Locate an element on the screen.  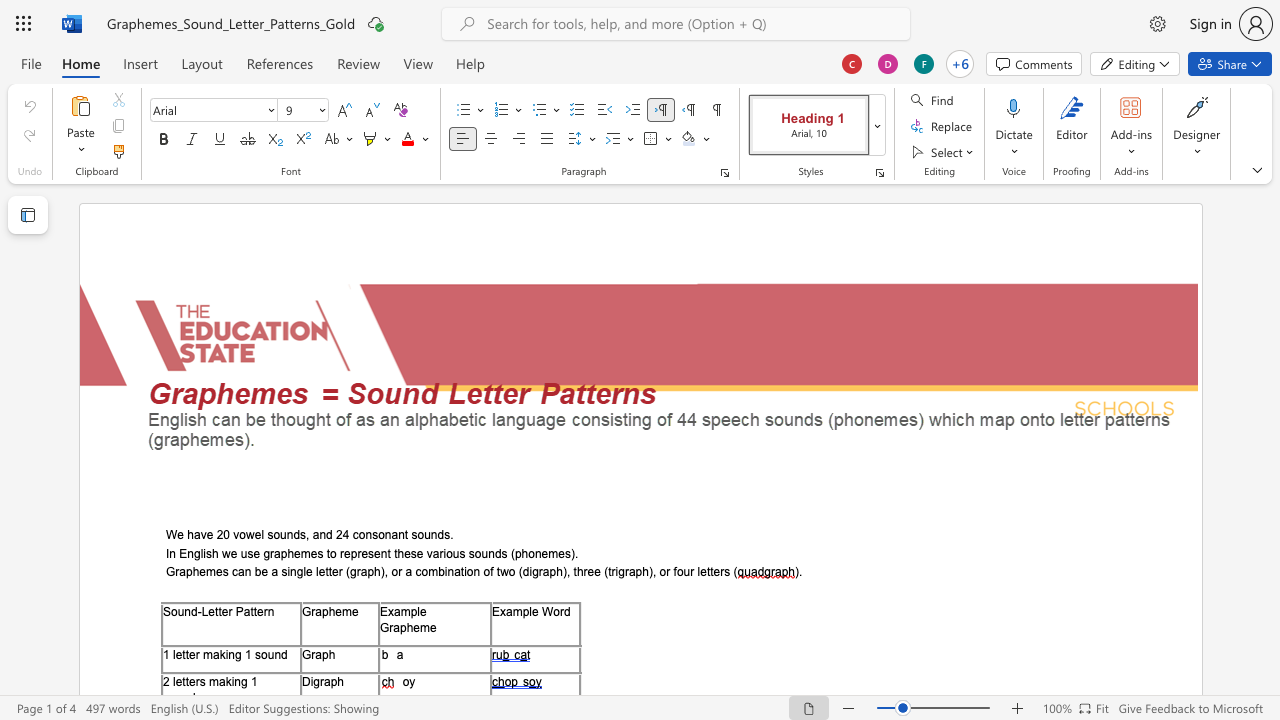
the space between the continuous character "s" and "," in the text is located at coordinates (304, 534).